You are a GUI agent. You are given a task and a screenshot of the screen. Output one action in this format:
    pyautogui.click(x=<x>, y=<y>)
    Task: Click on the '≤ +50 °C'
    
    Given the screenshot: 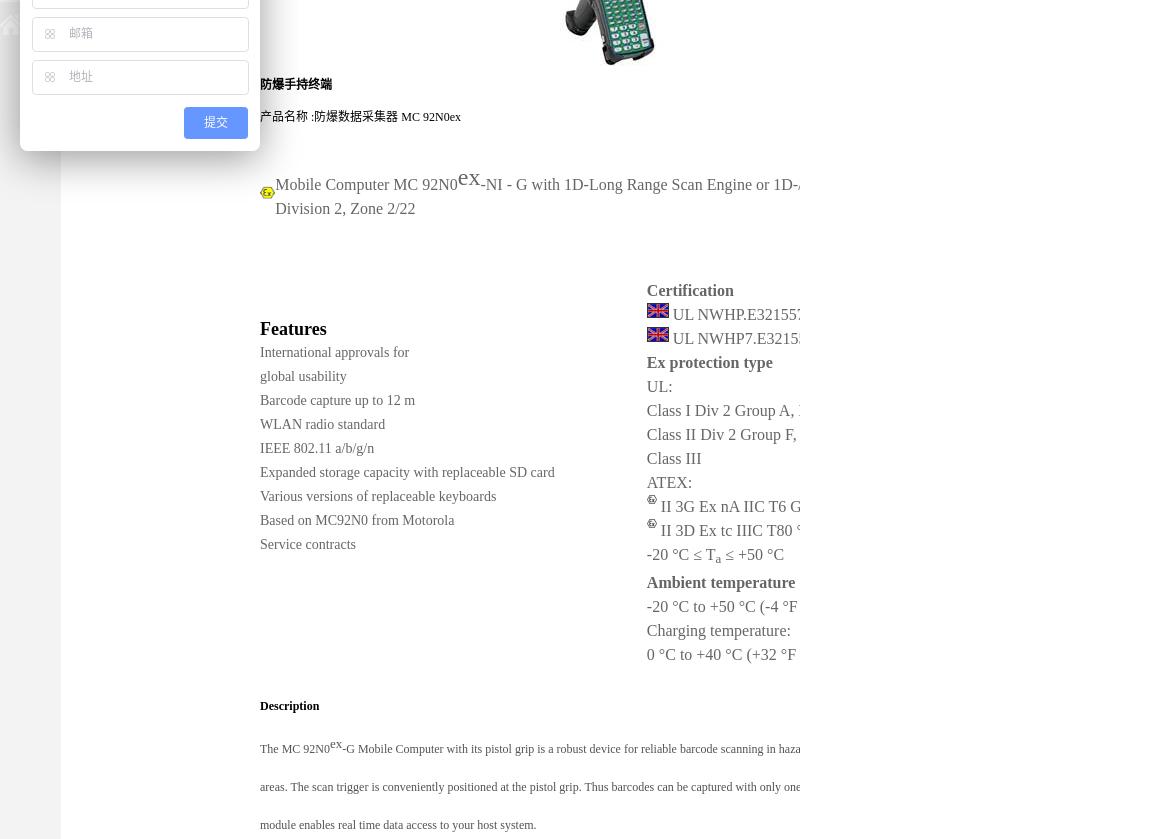 What is the action you would take?
    pyautogui.click(x=720, y=553)
    